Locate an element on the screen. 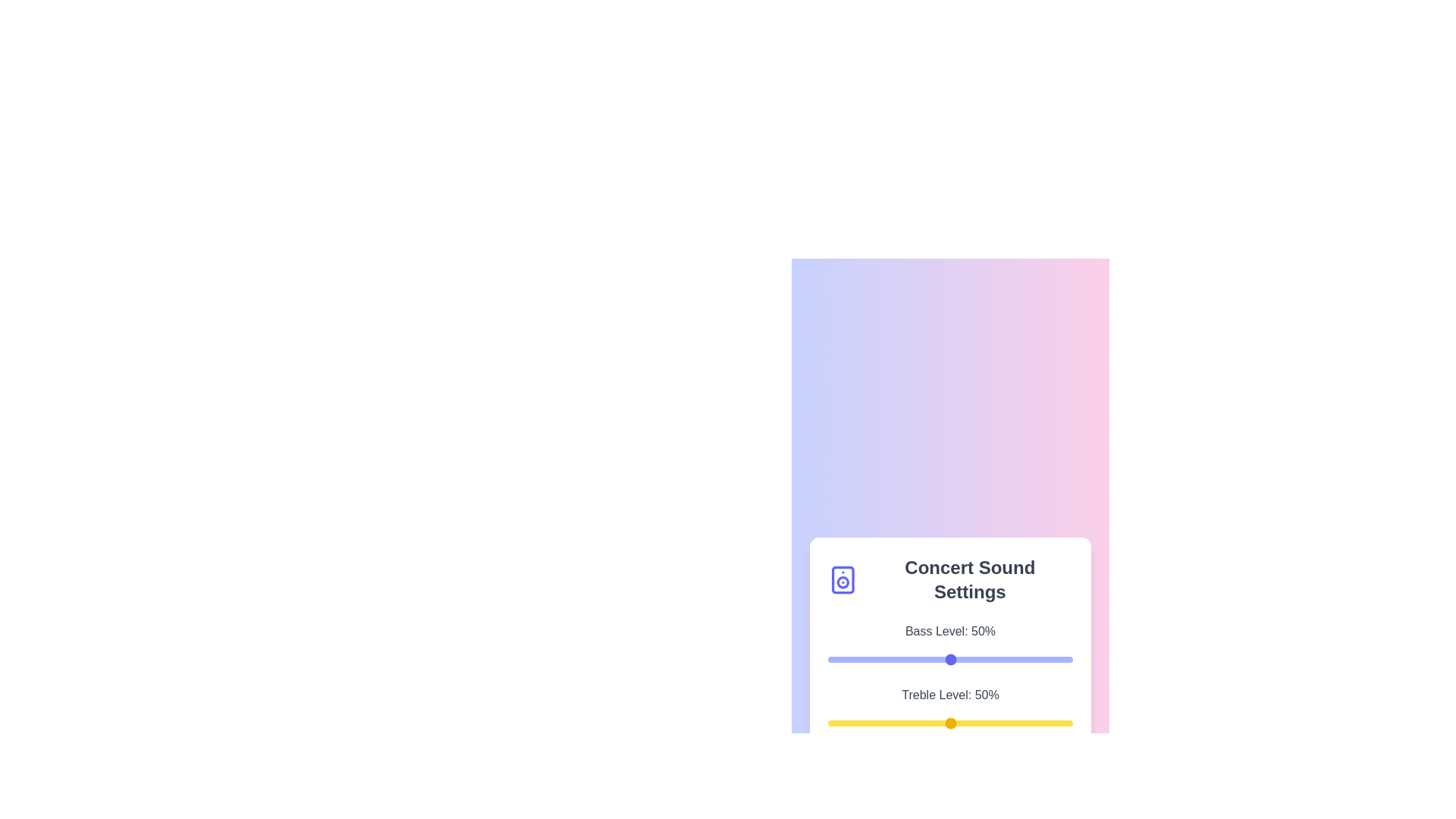 The image size is (1456, 819). the treble level to 77% by interacting with the slider is located at coordinates (1016, 722).